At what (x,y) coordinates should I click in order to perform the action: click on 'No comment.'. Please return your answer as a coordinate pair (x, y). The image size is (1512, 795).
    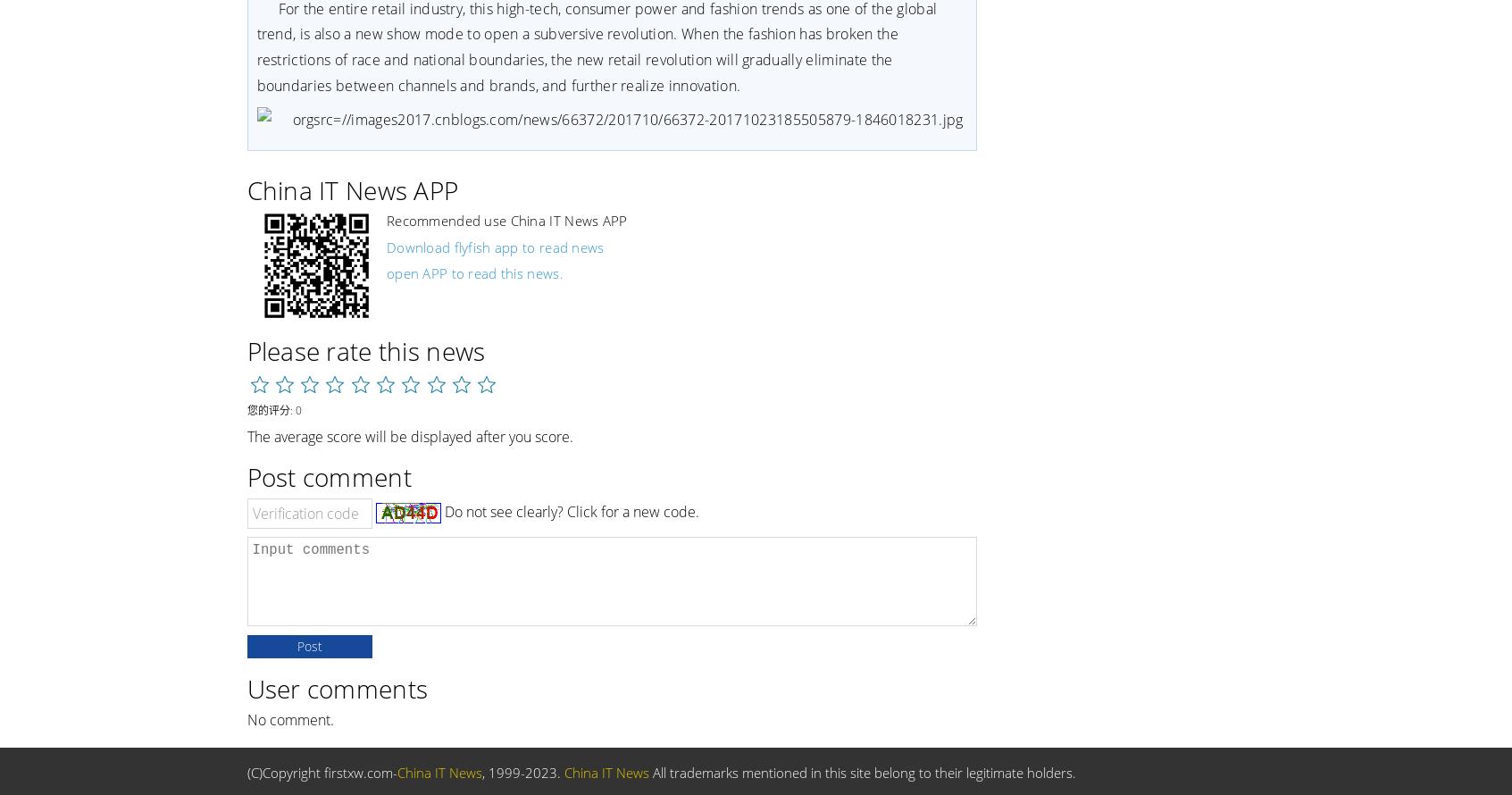
    Looking at the image, I should click on (288, 719).